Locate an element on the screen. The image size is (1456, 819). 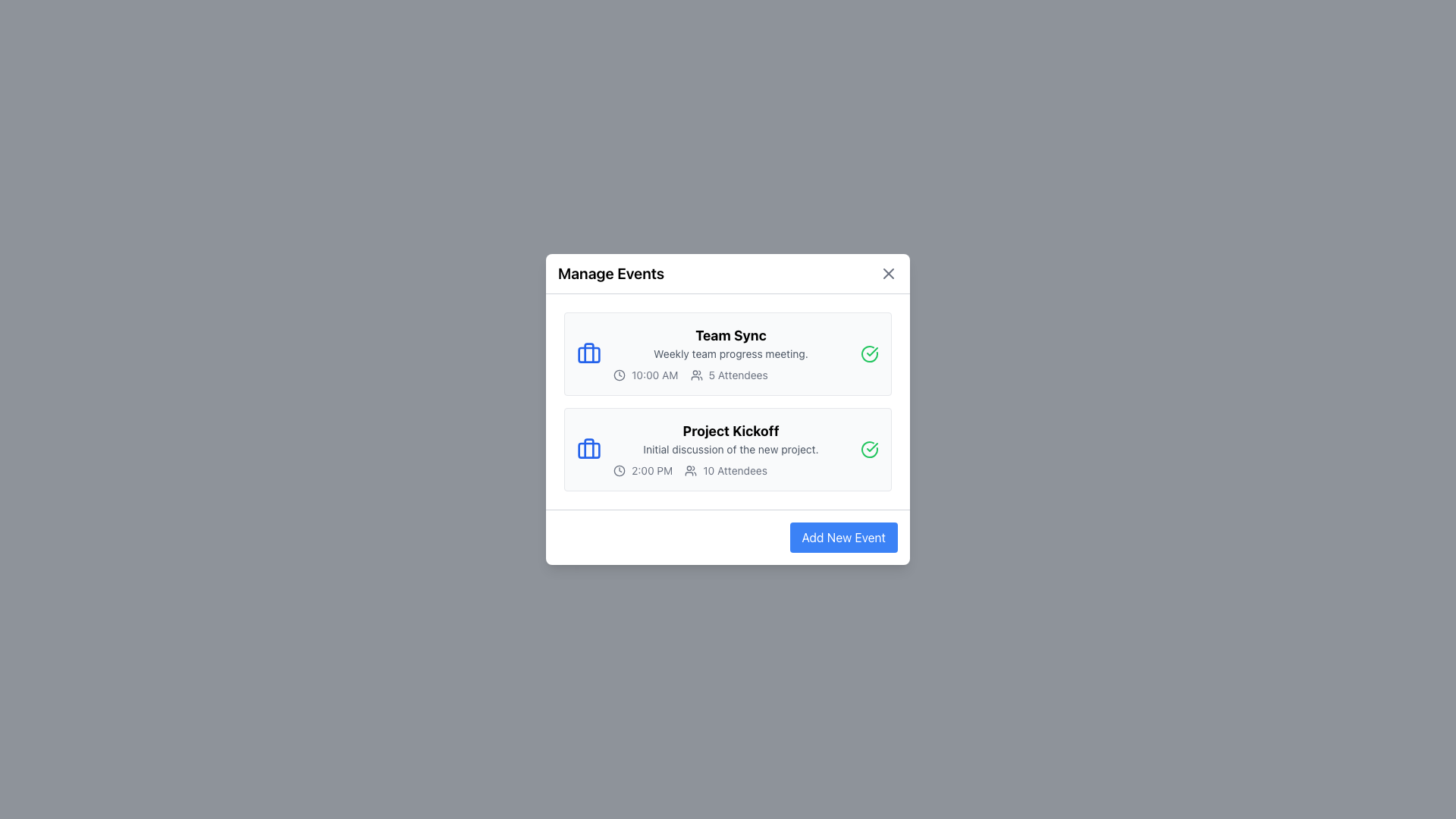
the rectangular button with a blue background and white text reading 'Add New Event' located at the bottom-right corner of the 'Manage Events' modal to initiate the 'Add New Event' action is located at coordinates (843, 537).